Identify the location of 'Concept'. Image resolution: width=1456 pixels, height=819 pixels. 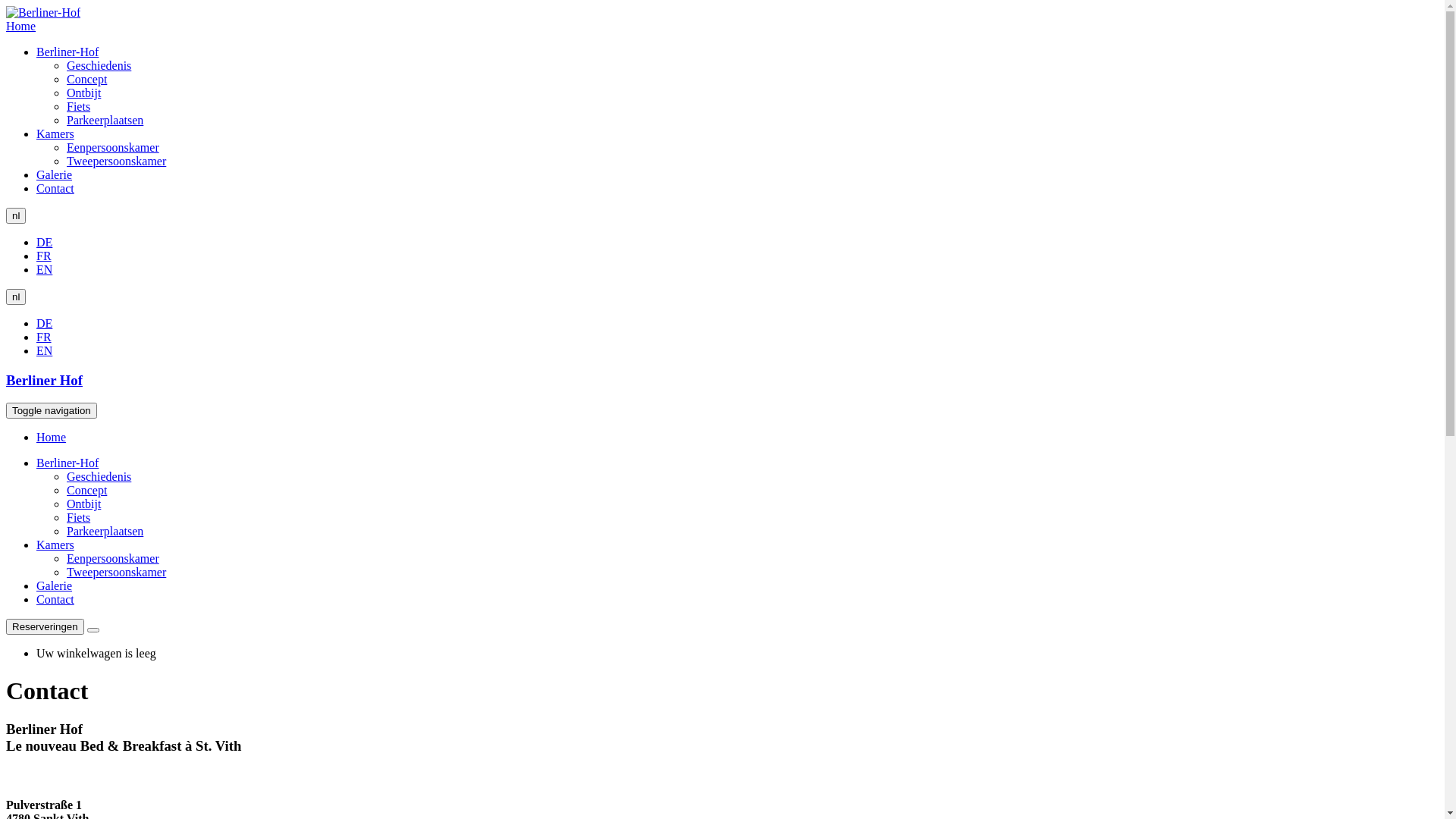
(86, 79).